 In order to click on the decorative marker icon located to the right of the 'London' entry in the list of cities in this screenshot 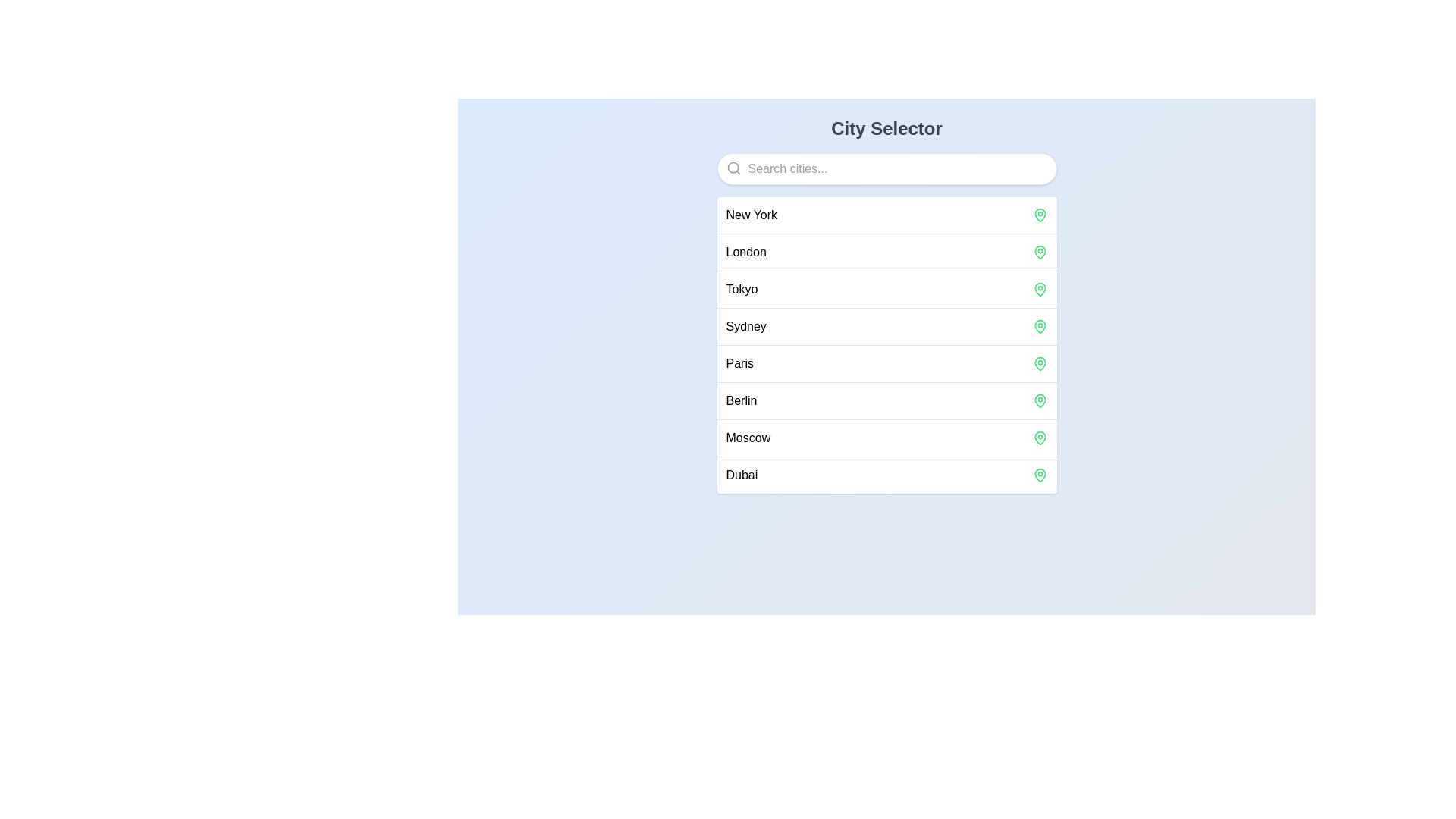, I will do `click(1039, 251)`.